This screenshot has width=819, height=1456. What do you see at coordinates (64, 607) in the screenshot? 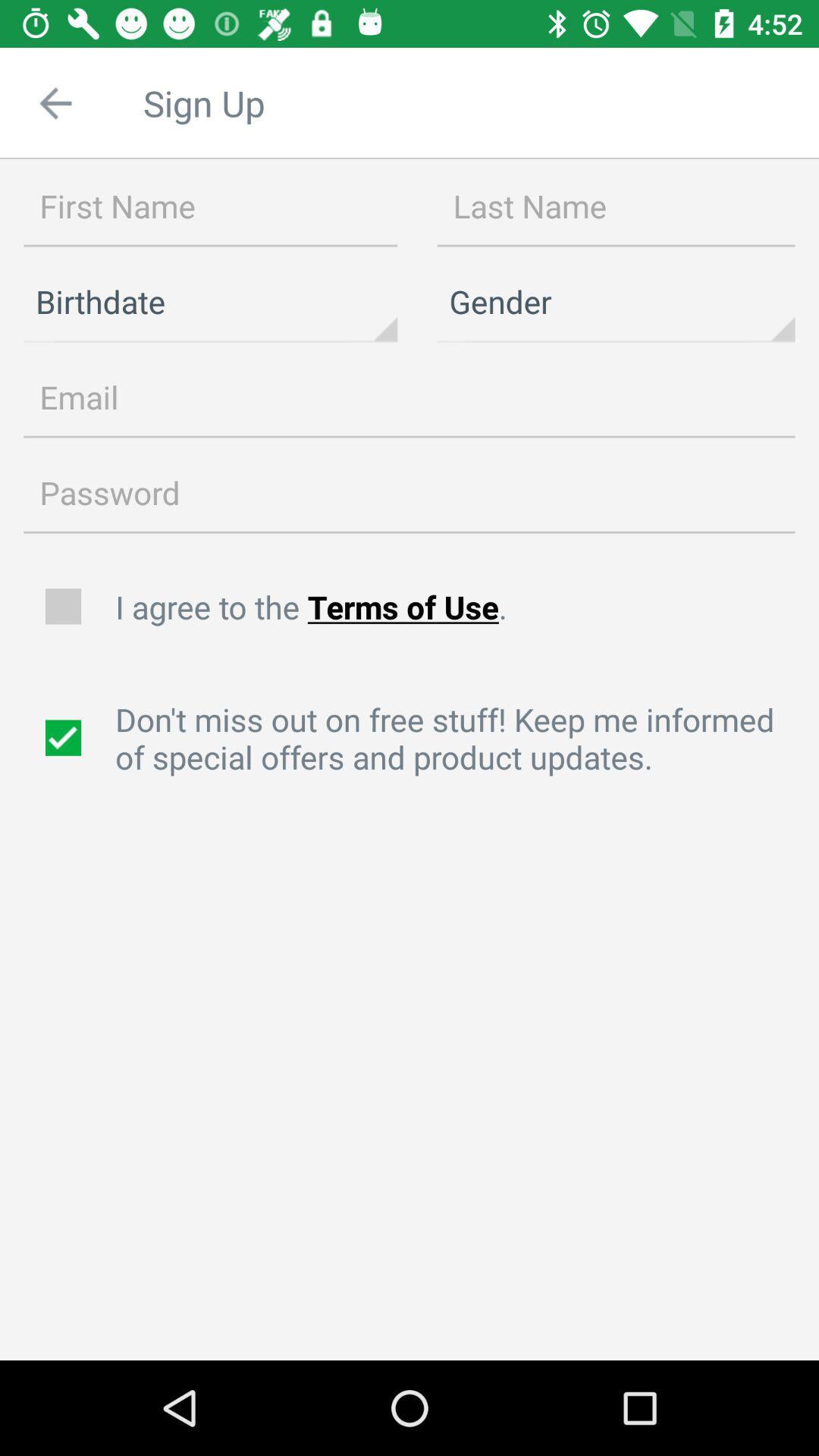
I see `check the agree box` at bounding box center [64, 607].